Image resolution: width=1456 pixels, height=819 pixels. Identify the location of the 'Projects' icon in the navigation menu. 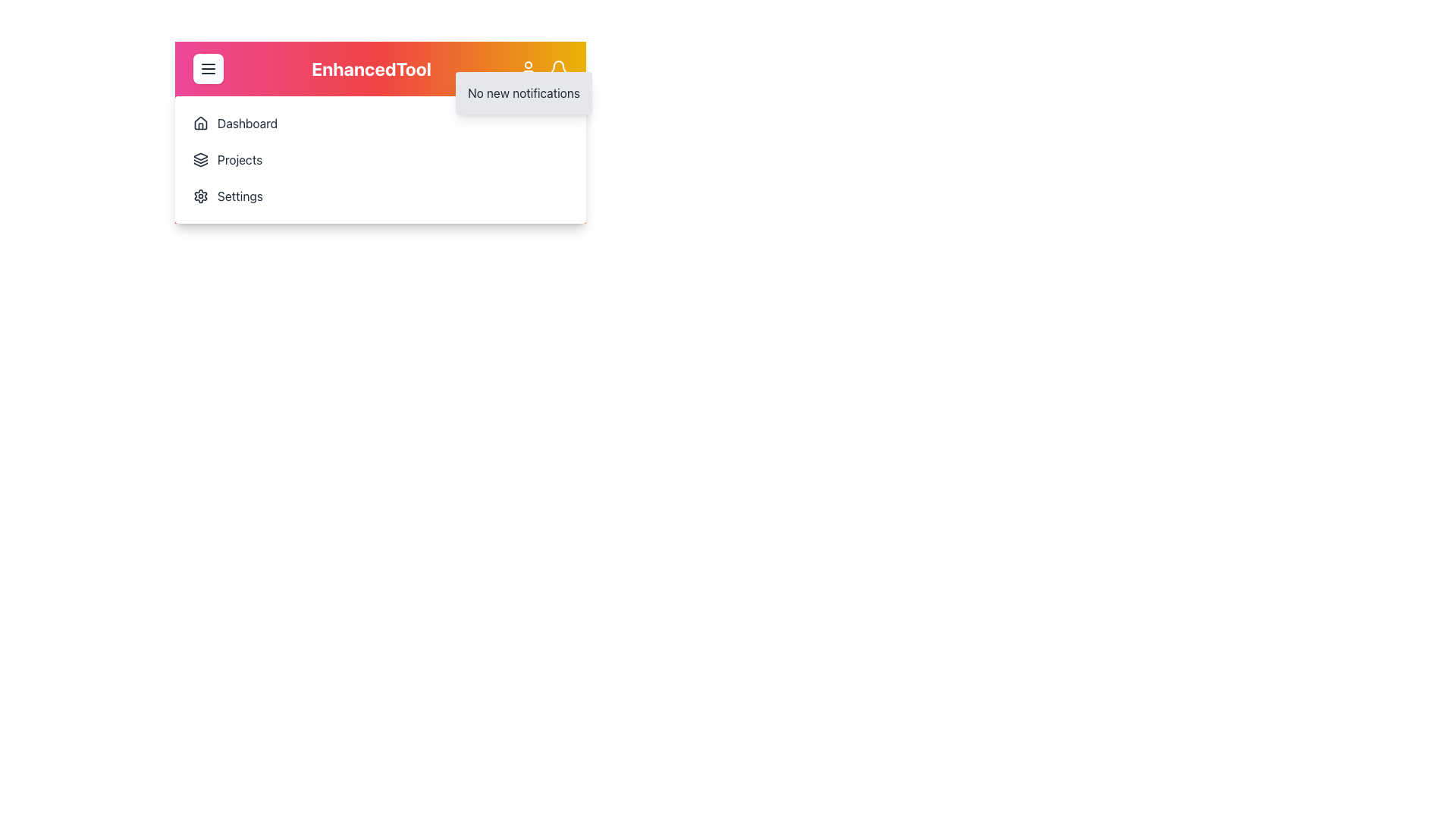
(199, 160).